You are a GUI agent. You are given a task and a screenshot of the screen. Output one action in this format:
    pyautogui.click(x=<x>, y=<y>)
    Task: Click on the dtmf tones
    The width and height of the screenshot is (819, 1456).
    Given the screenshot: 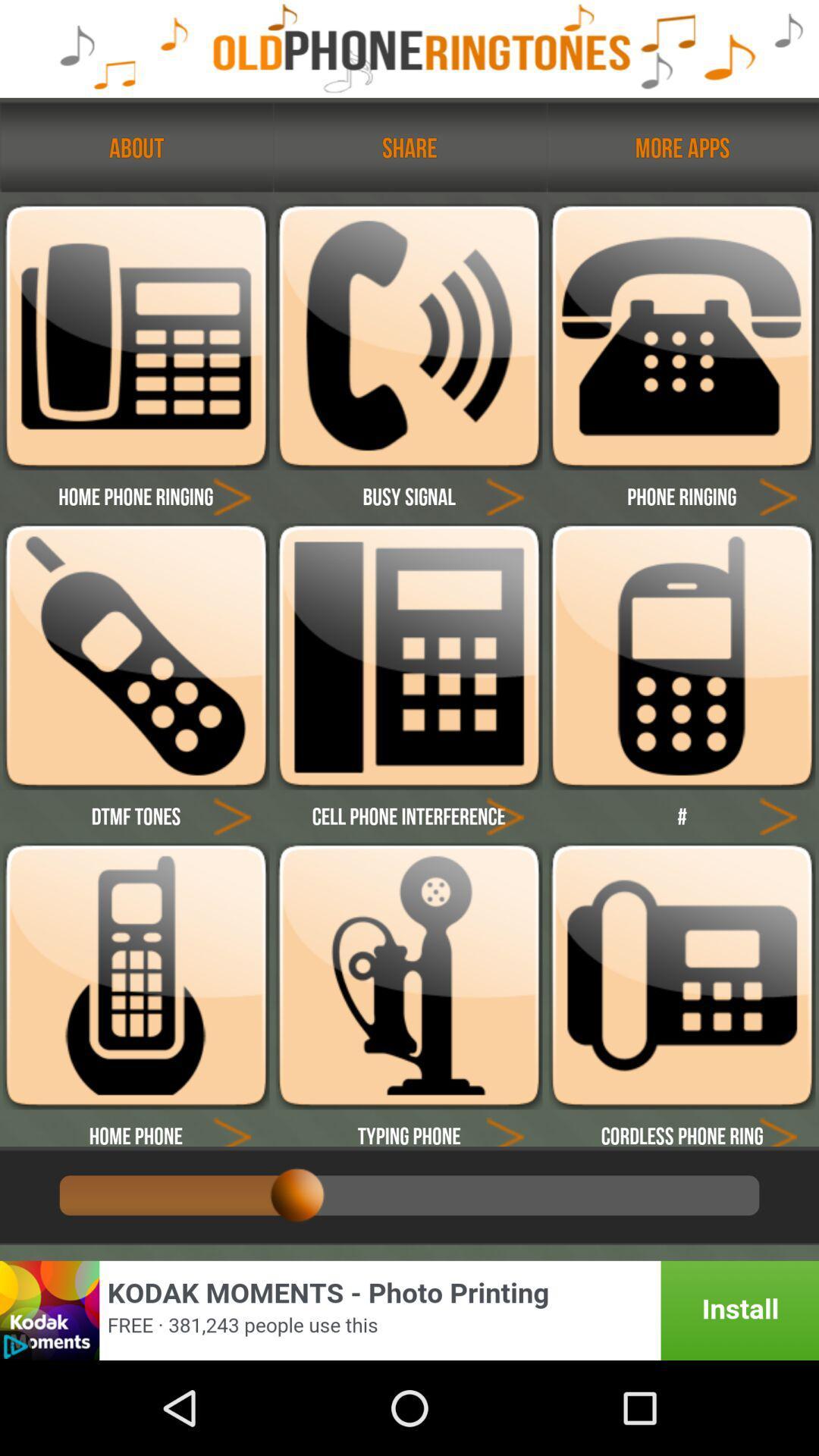 What is the action you would take?
    pyautogui.click(x=135, y=815)
    